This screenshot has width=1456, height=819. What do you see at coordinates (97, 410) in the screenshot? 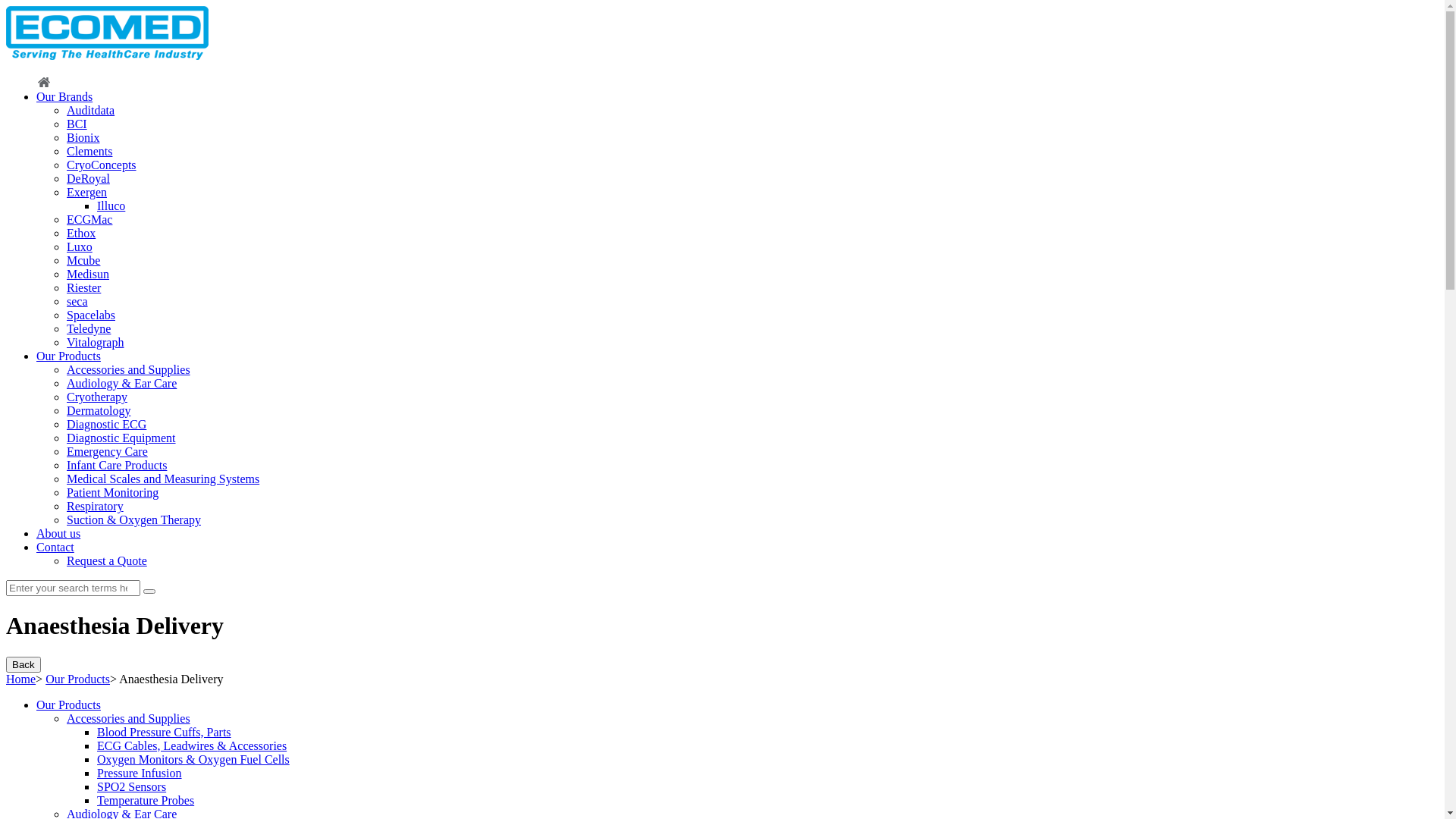
I see `'Dermatology'` at bounding box center [97, 410].